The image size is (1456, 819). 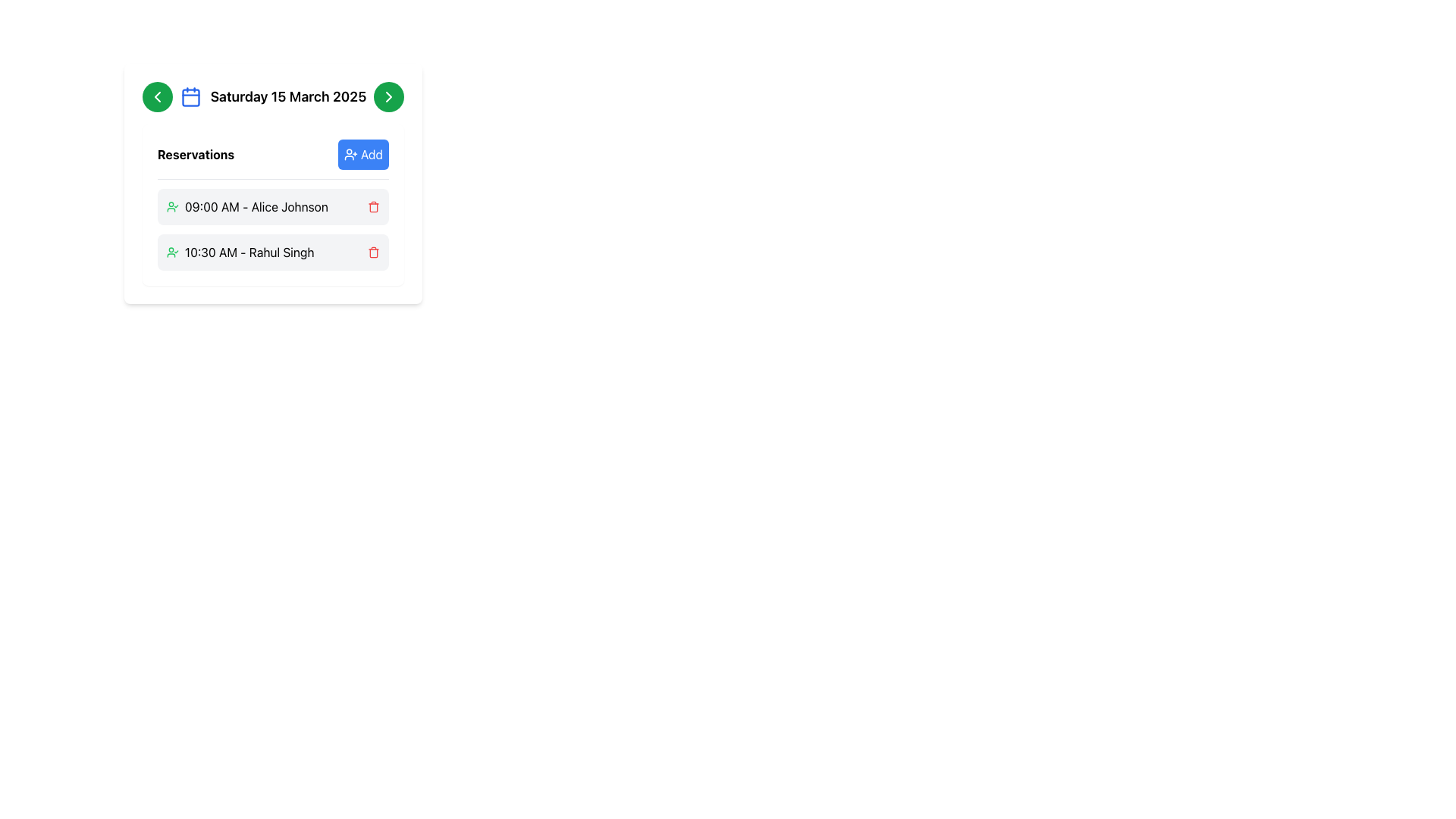 I want to click on the navigation button located in the upper-left corner of the widget, contained within a green circle, to possibly reveal additional information or a tooltip, so click(x=157, y=96).